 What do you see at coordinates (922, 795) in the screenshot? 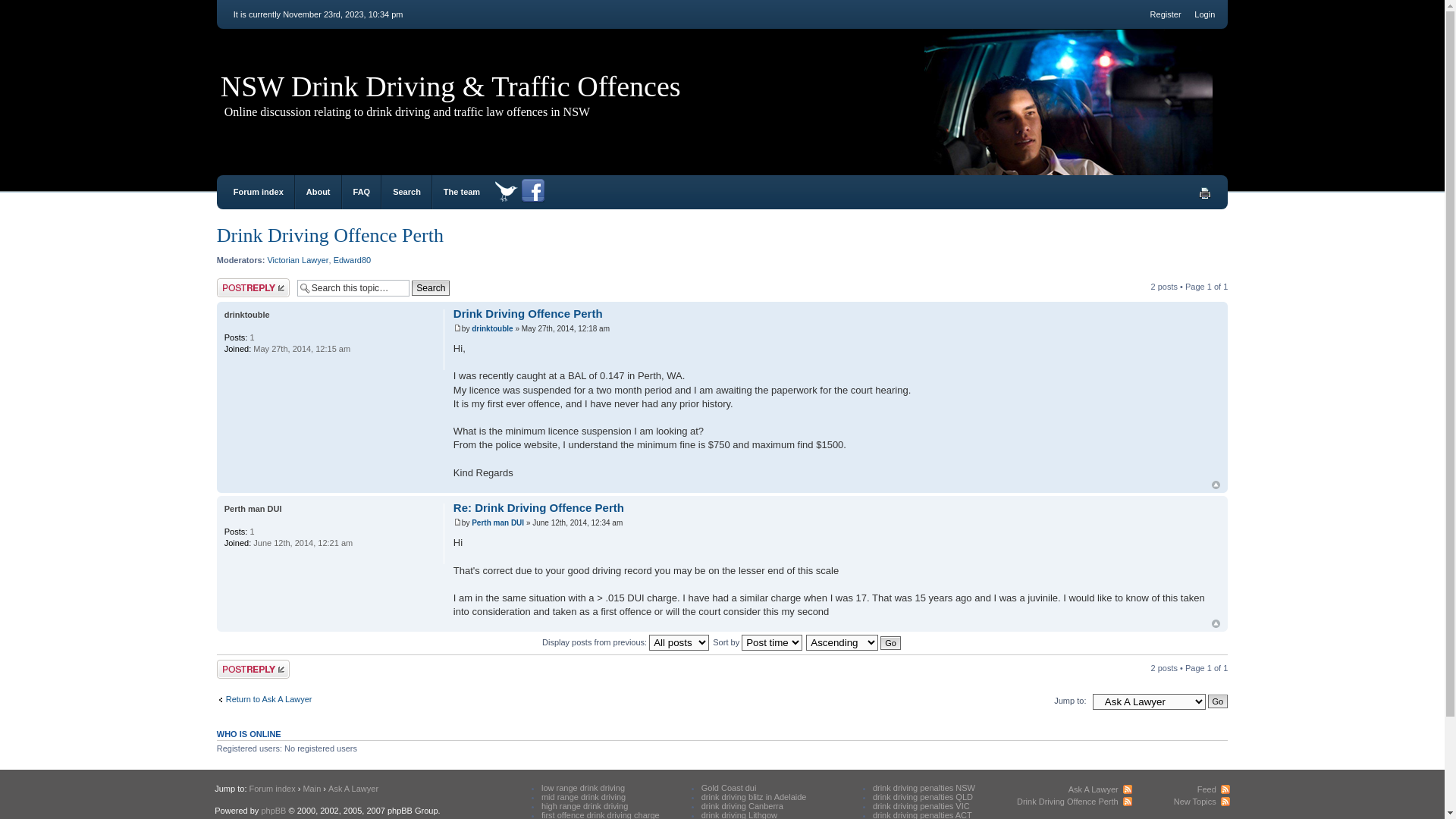
I see `'drink driving penalties QLD'` at bounding box center [922, 795].